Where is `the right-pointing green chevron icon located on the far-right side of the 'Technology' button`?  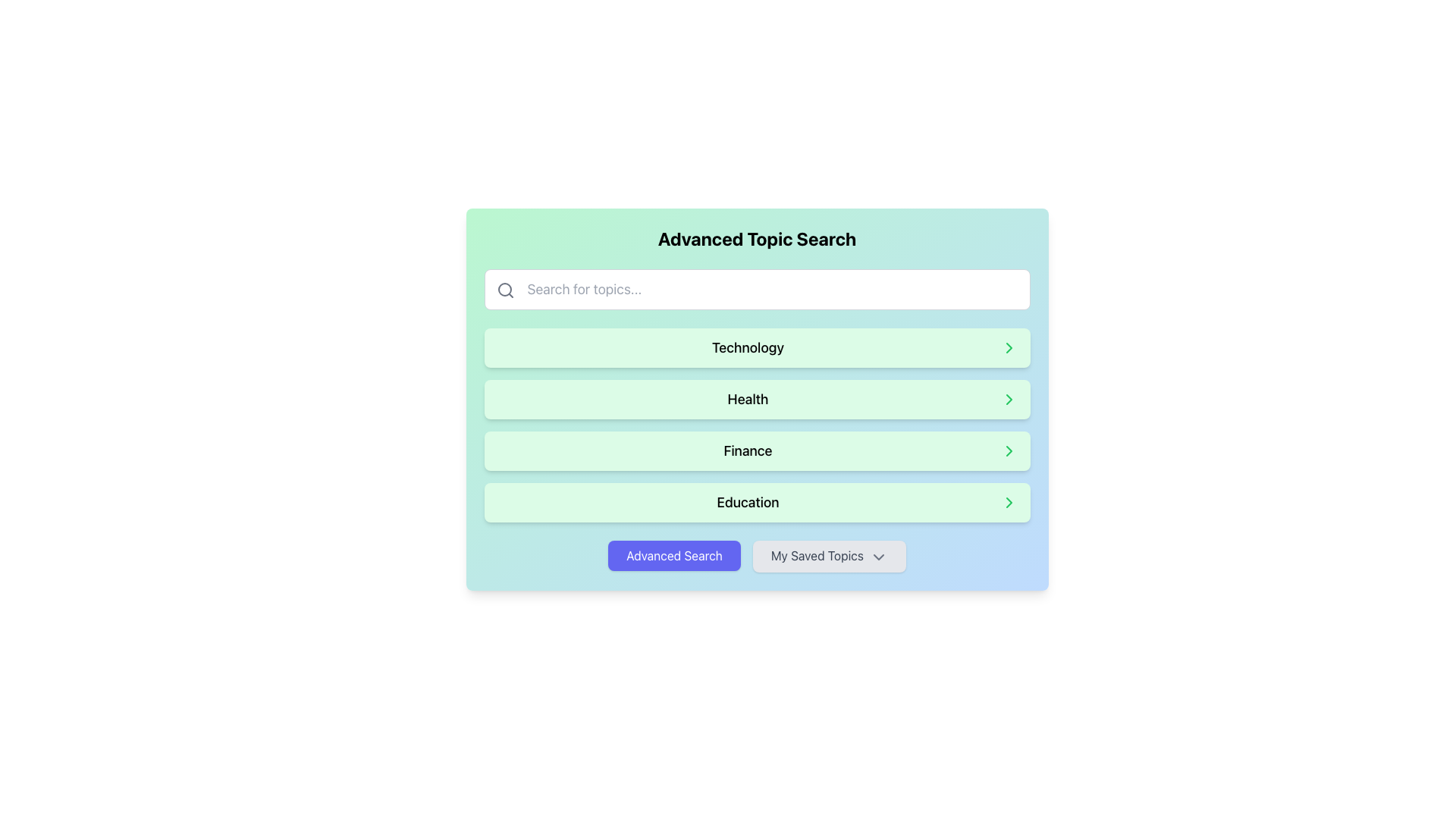
the right-pointing green chevron icon located on the far-right side of the 'Technology' button is located at coordinates (1009, 348).